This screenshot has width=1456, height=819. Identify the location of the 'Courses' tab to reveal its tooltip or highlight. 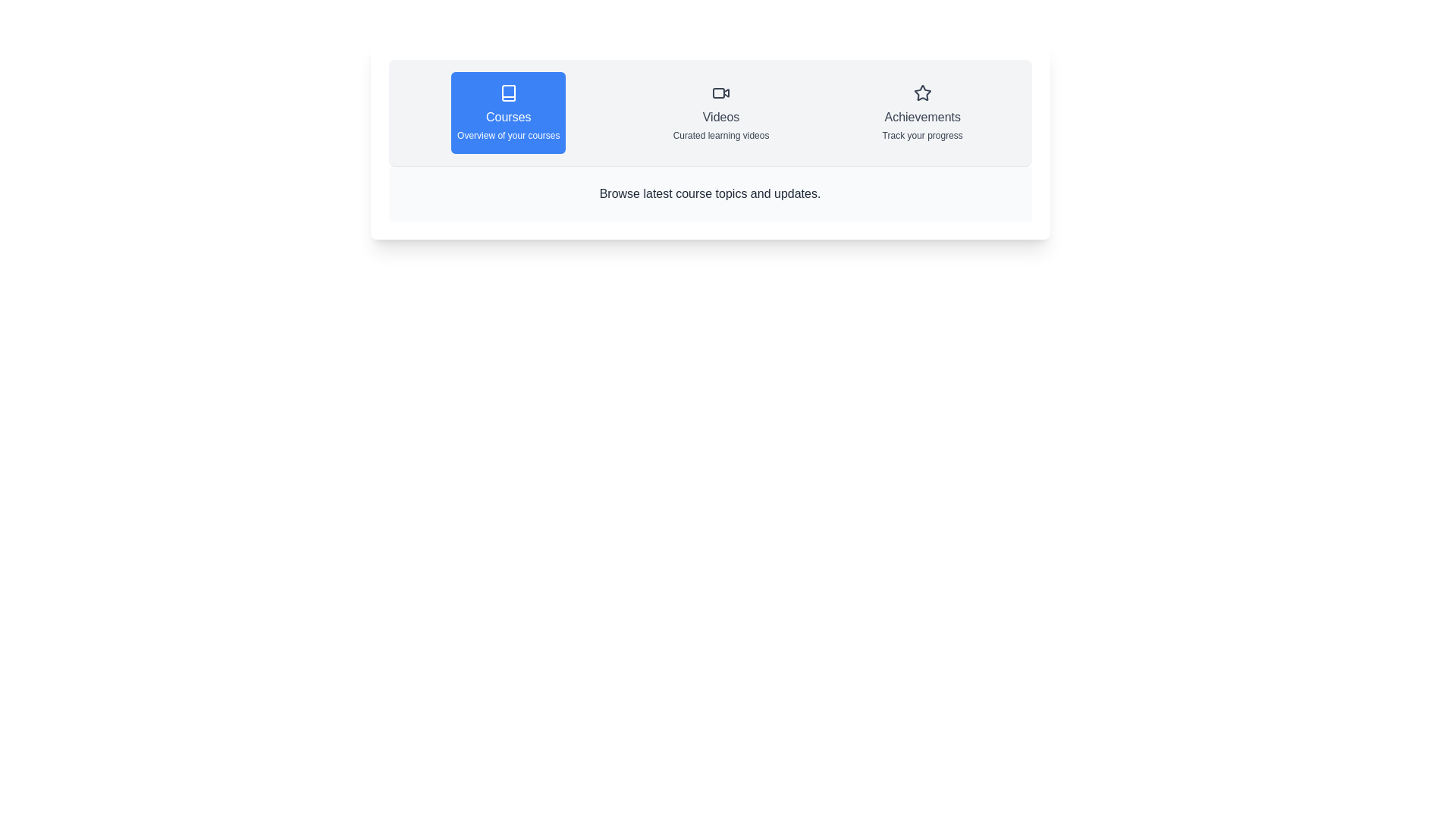
(508, 112).